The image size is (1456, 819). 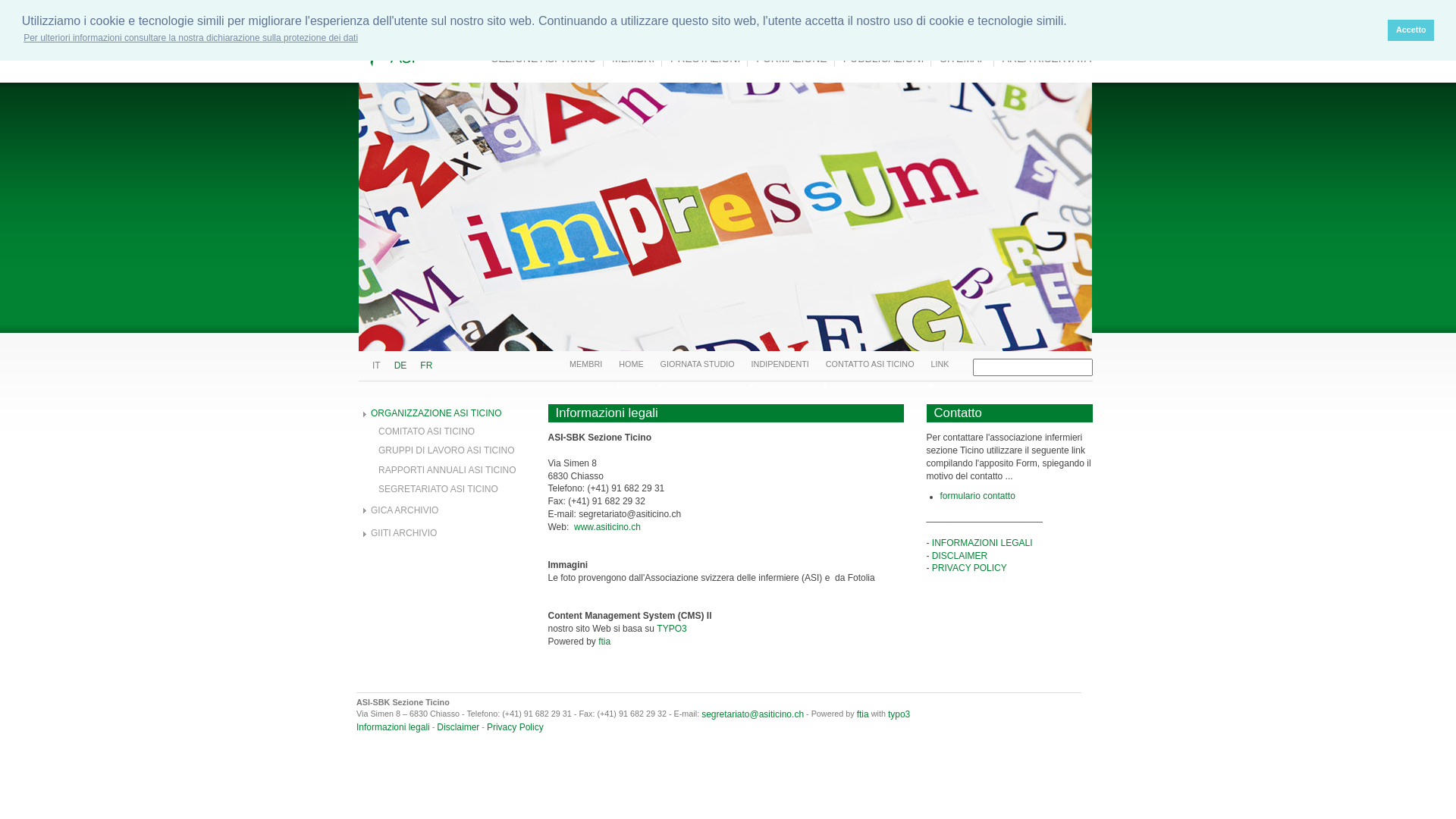 What do you see at coordinates (670, 629) in the screenshot?
I see `'TYPO3'` at bounding box center [670, 629].